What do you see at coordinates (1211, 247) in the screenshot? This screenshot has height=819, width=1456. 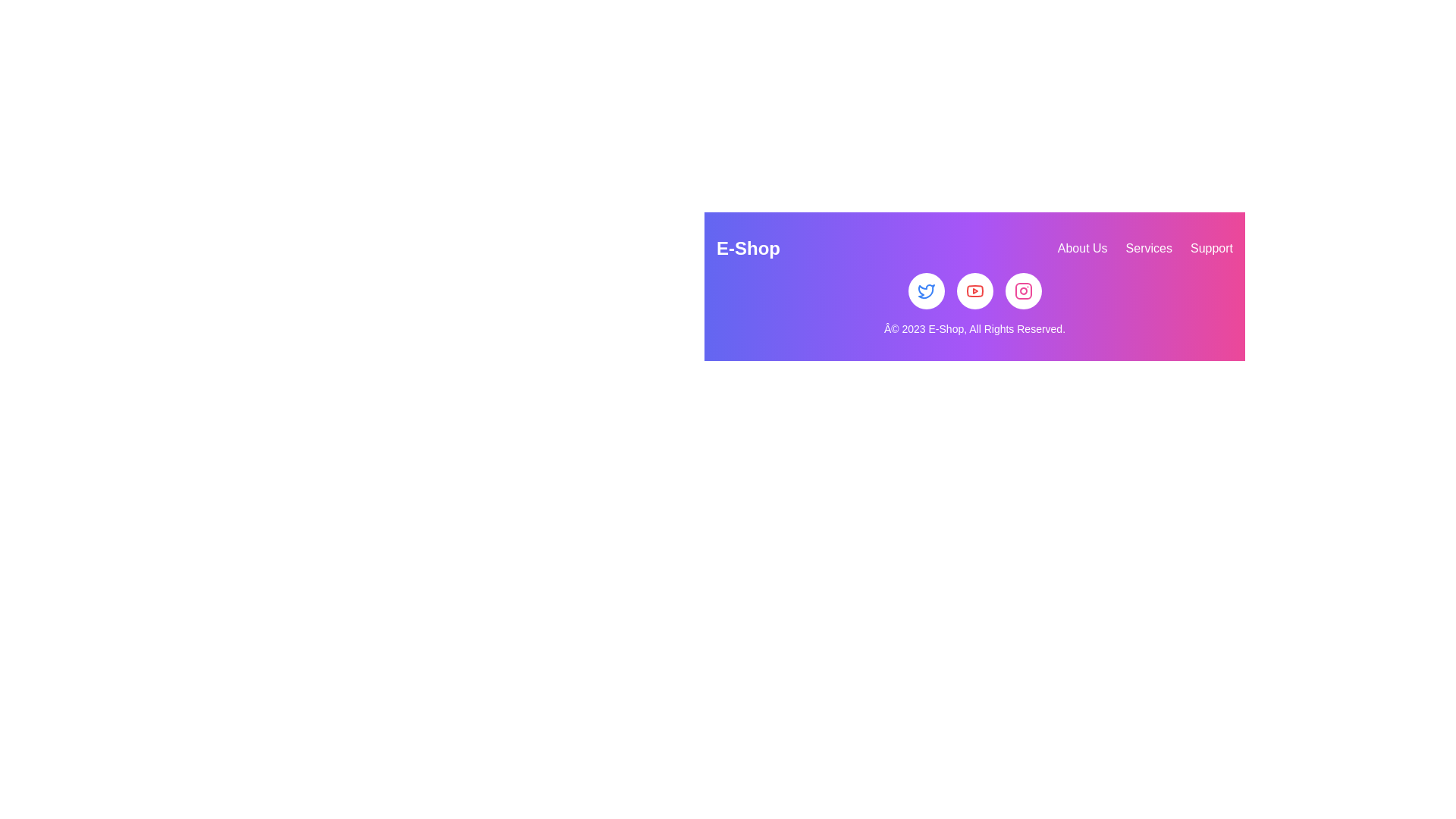 I see `the hyperlink located at the far right of the horizontal navigation menu to observe the underline effect` at bounding box center [1211, 247].